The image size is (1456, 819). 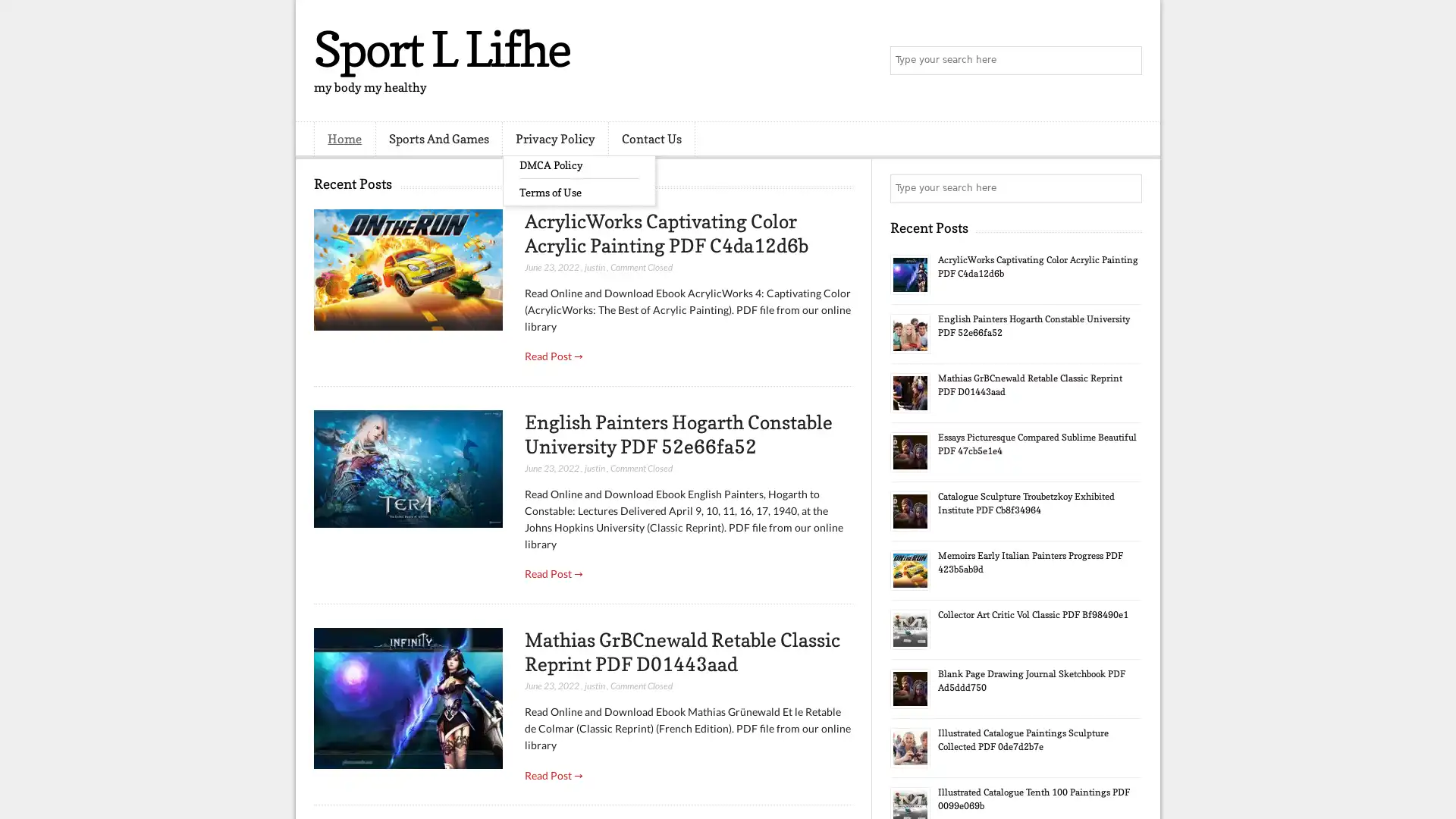 What do you see at coordinates (1126, 61) in the screenshot?
I see `Search` at bounding box center [1126, 61].